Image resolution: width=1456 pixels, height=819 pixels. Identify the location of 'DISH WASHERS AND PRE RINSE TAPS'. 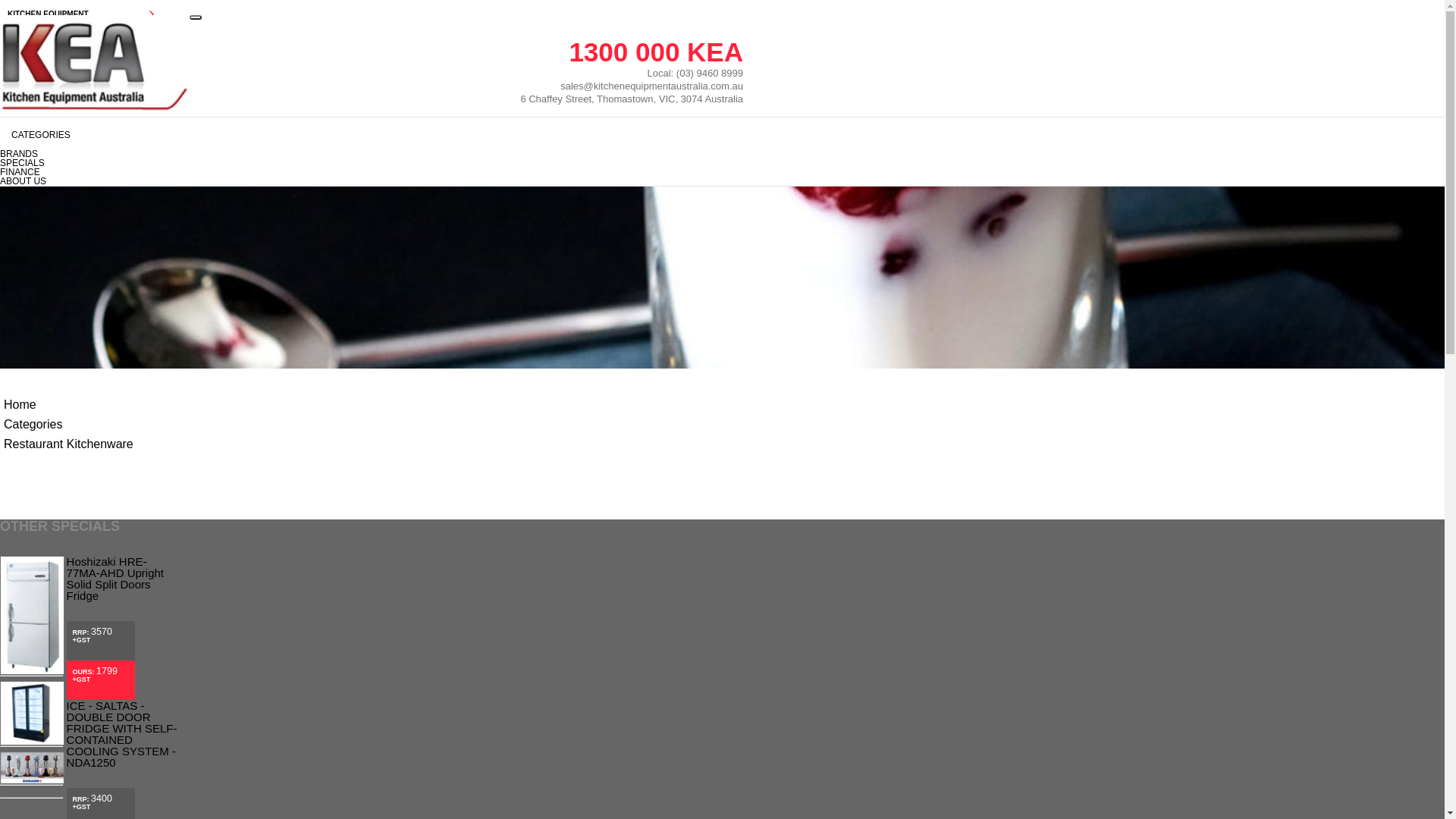
(83, 158).